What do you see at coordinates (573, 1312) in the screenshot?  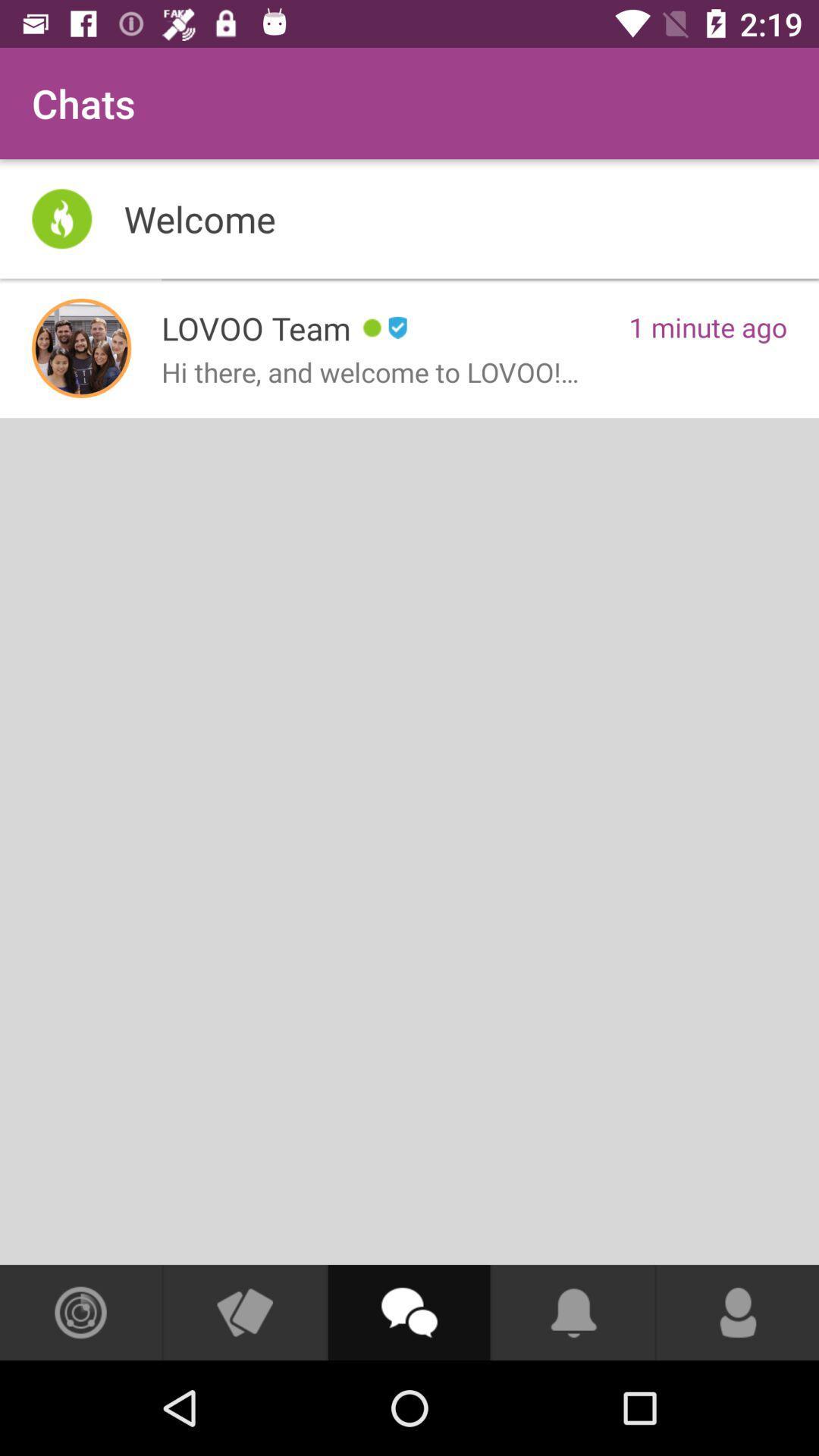 I see `notifications` at bounding box center [573, 1312].